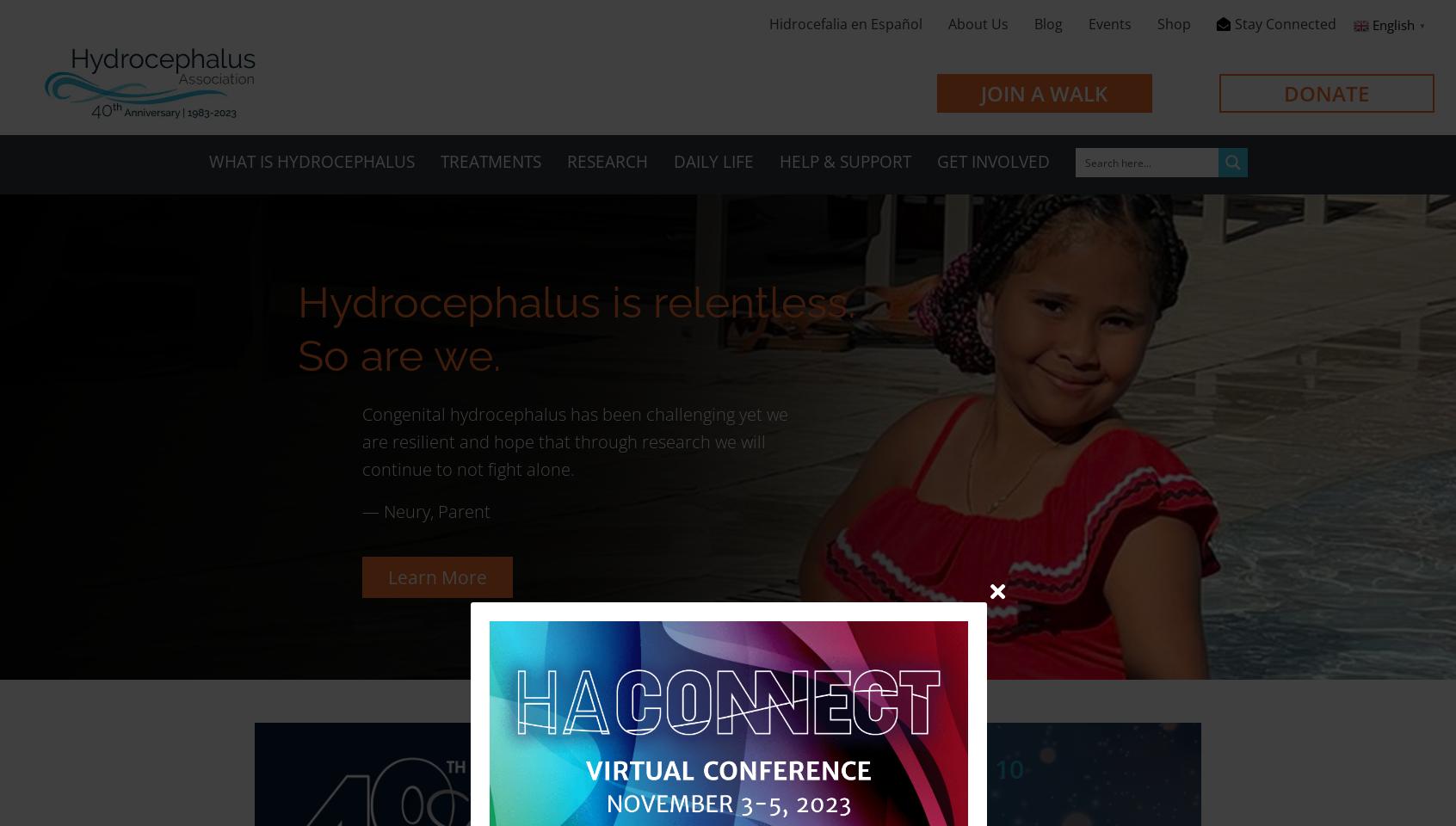 Image resolution: width=1456 pixels, height=826 pixels. I want to click on 'What is Hydrocephalus', so click(311, 161).